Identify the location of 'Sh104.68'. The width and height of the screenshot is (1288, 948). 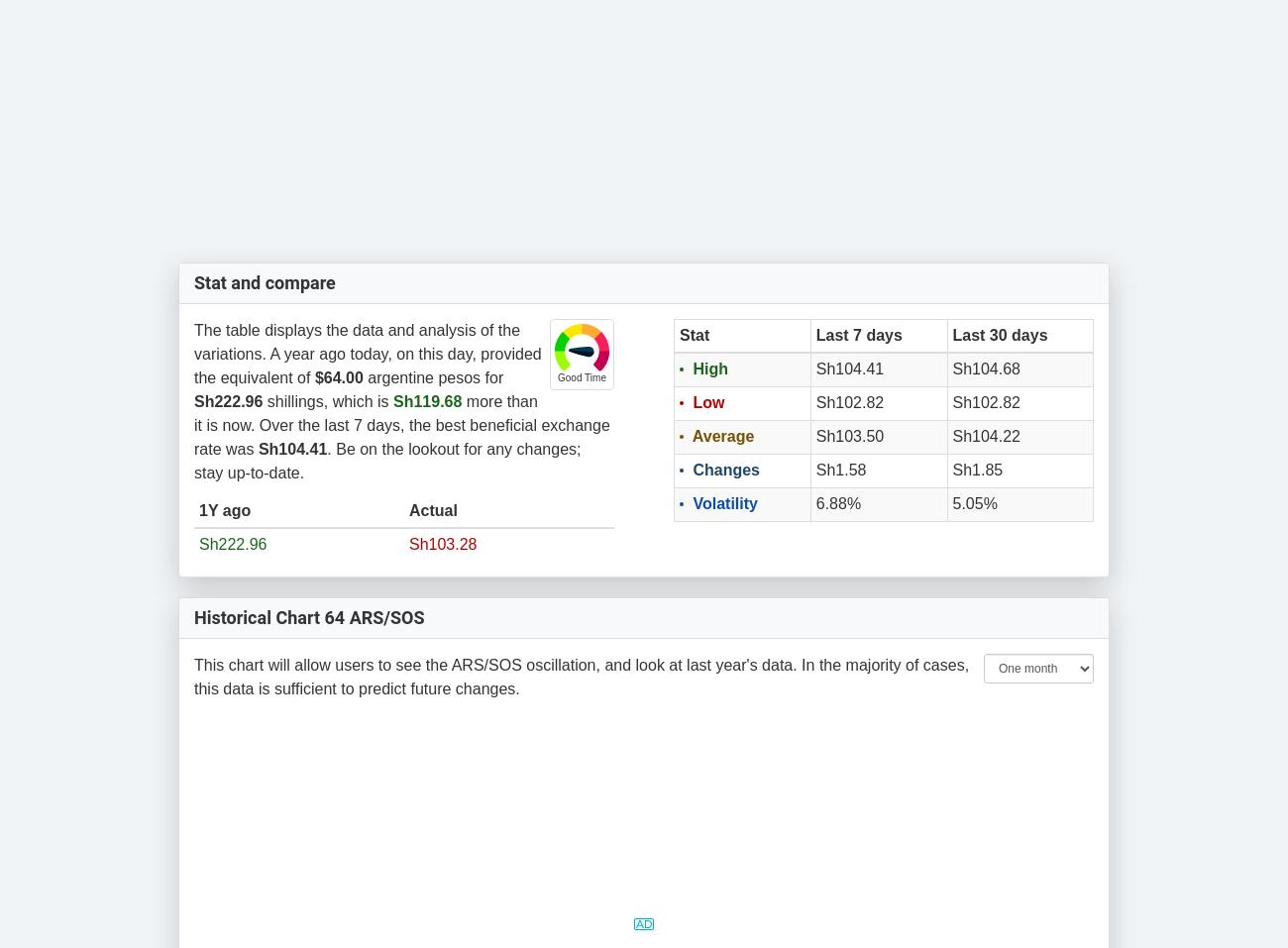
(985, 369).